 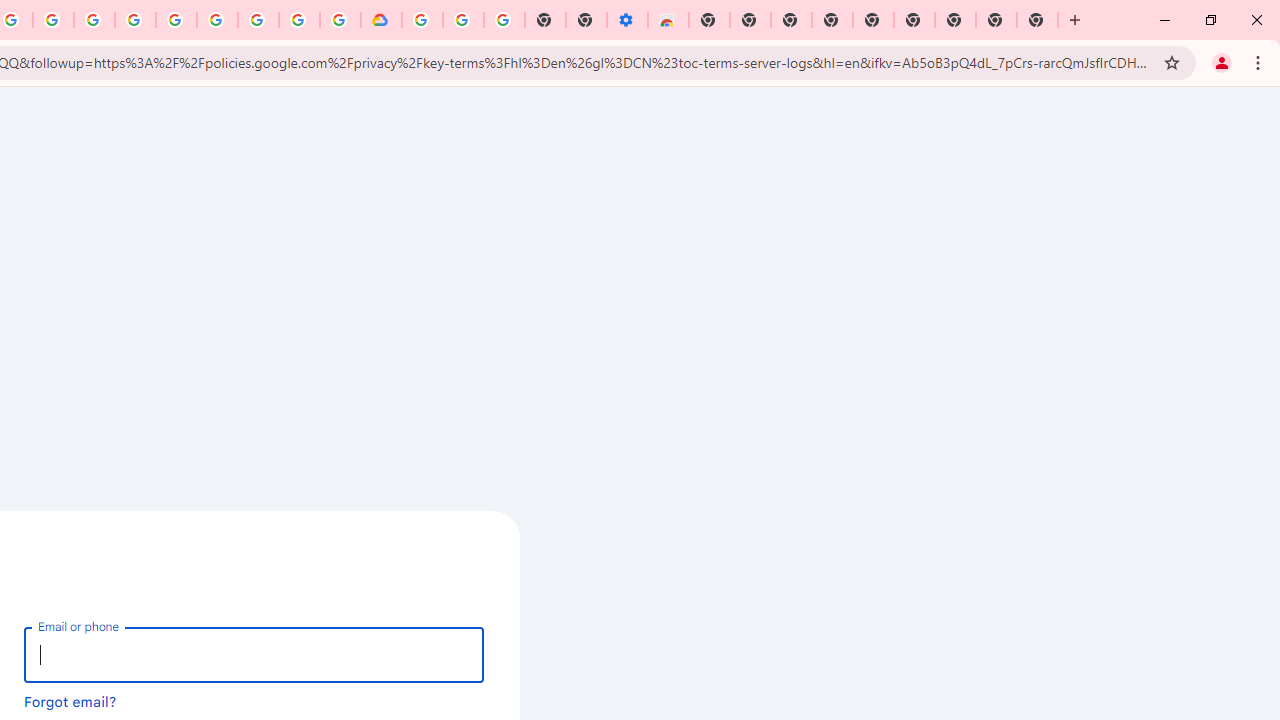 I want to click on 'New Tab', so click(x=1038, y=20).